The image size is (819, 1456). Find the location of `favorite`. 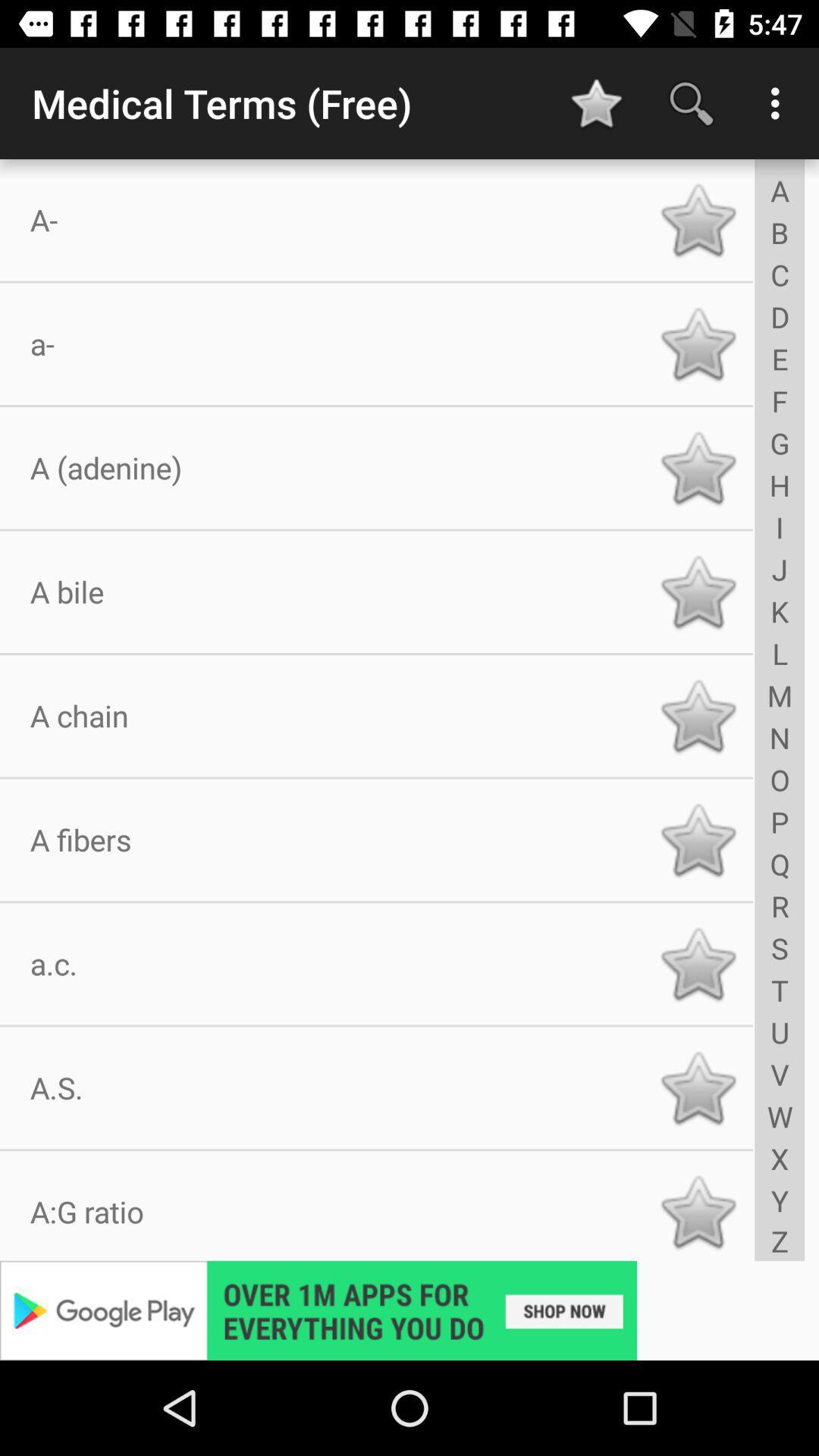

favorite is located at coordinates (698, 839).